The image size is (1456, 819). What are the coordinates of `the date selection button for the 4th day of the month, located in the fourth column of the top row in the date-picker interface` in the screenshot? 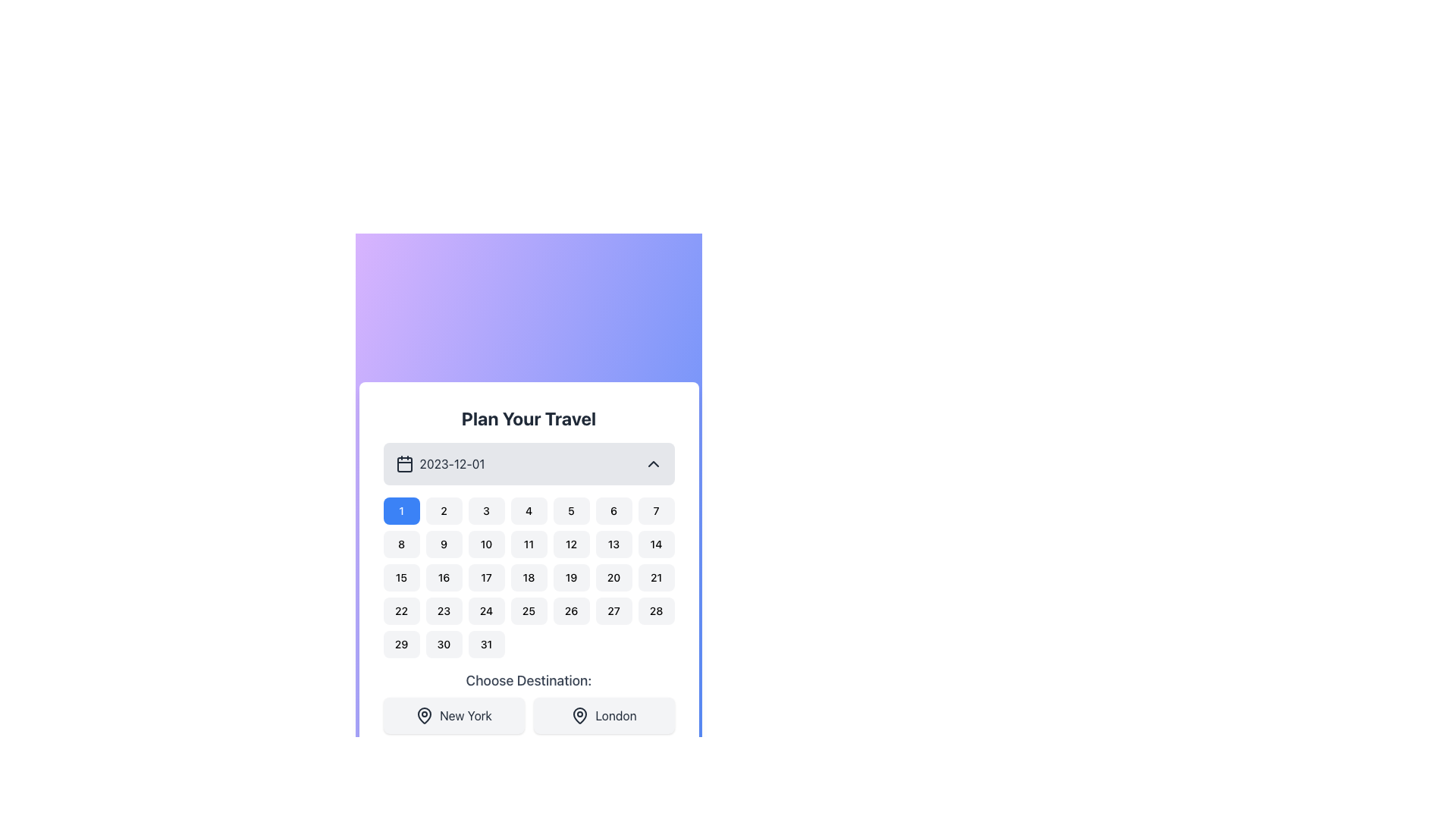 It's located at (529, 511).